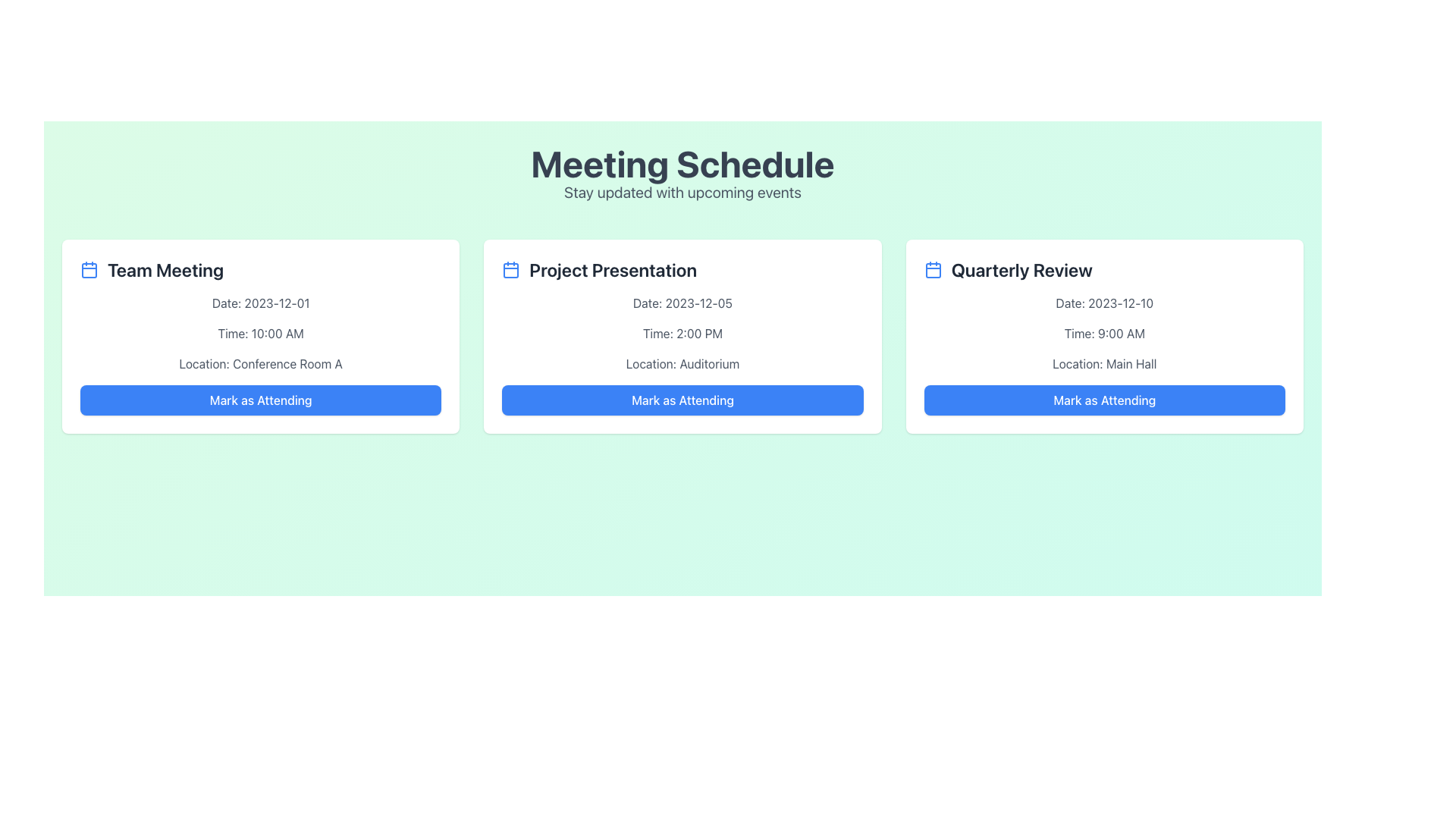 The image size is (1456, 819). I want to click on the 'Project Presentation' text label with a blue calendar icon, located in the upper portion of the central event card, so click(682, 268).